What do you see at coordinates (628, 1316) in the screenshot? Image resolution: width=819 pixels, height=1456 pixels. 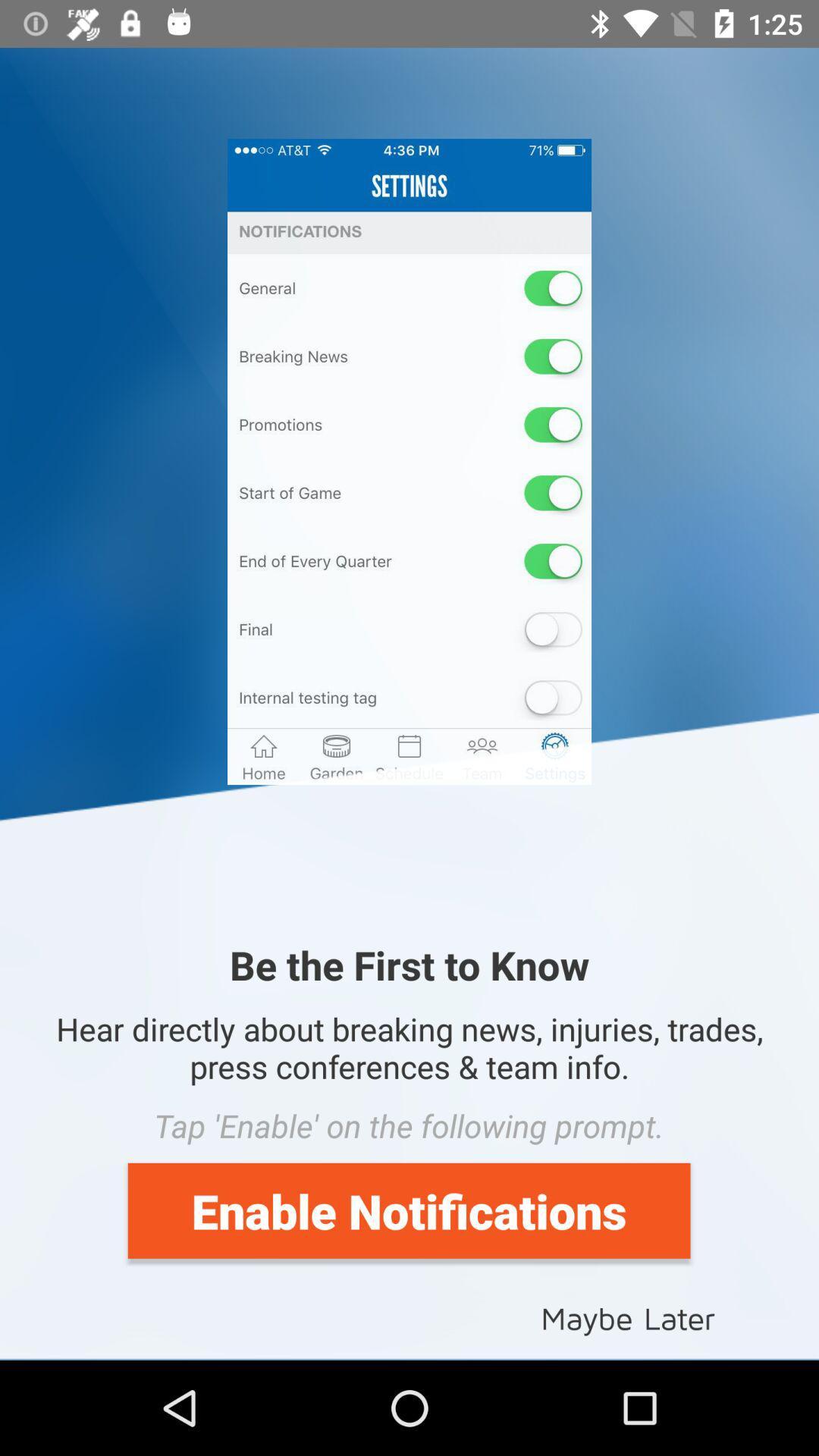 I see `the maybe later icon` at bounding box center [628, 1316].